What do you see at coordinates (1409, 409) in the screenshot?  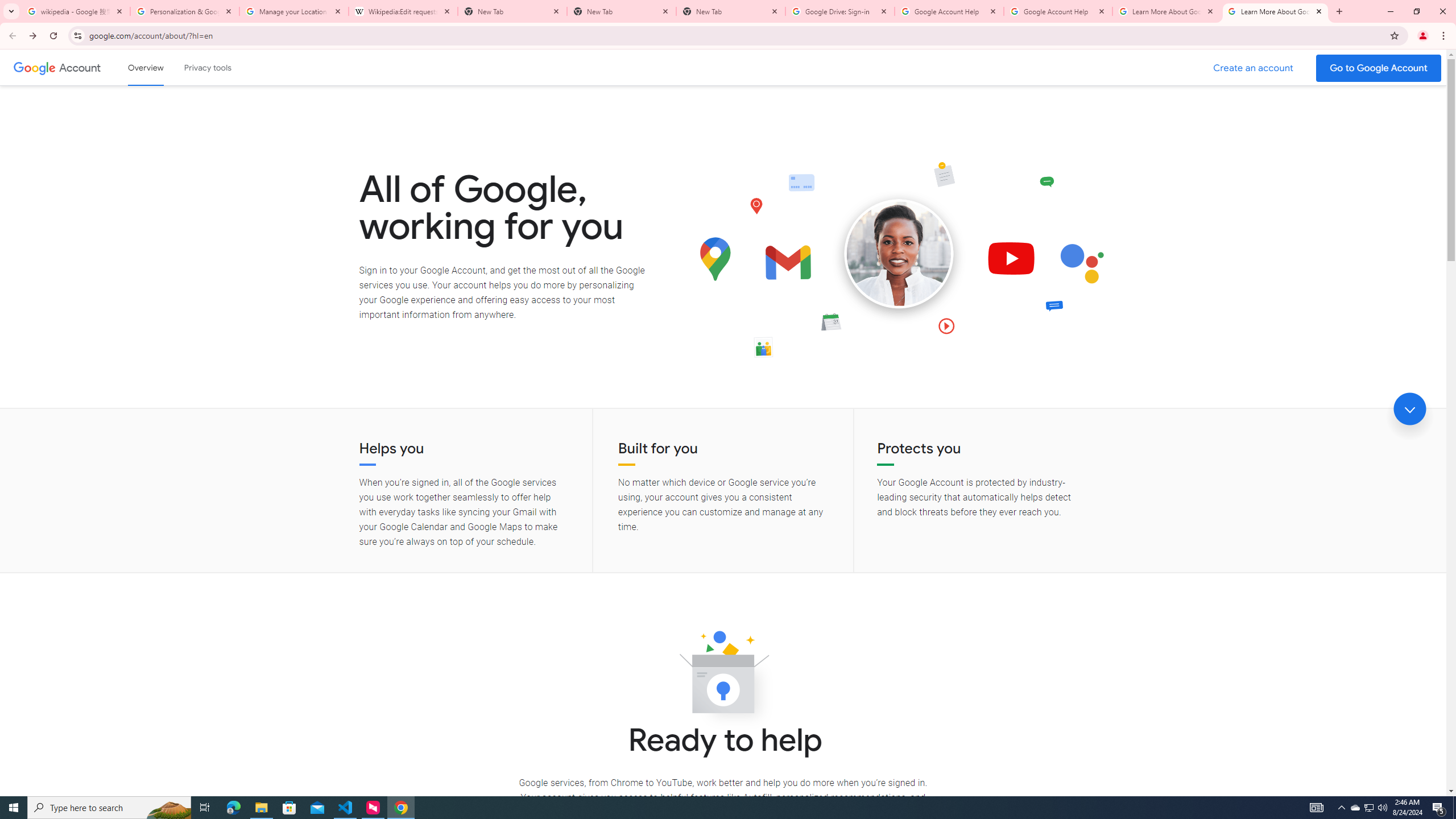 I see `'Jump link'` at bounding box center [1409, 409].